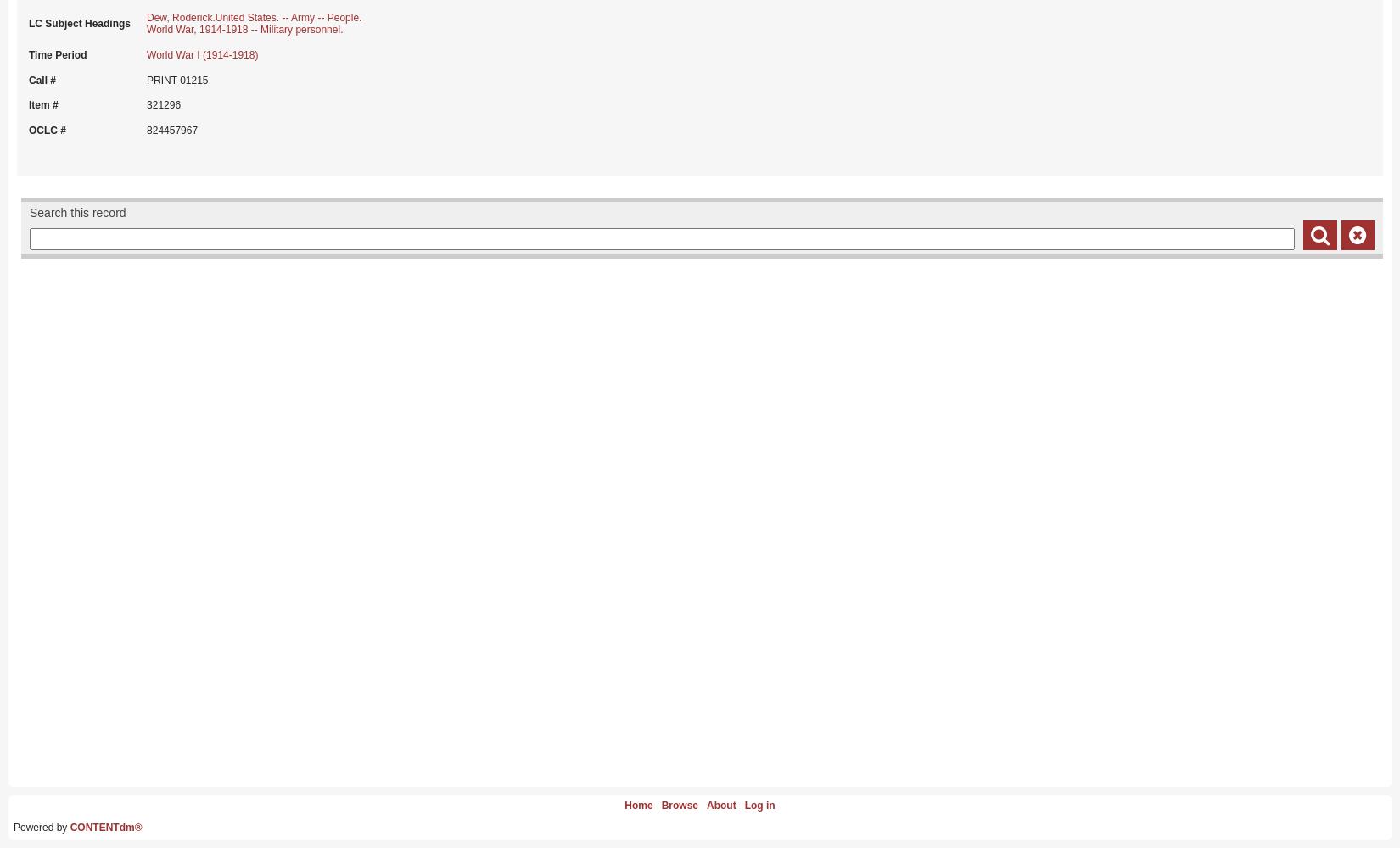 The width and height of the screenshot is (1400, 848). Describe the element at coordinates (146, 18) in the screenshot. I see `'Dew, Roderick.United States. -- Army -- People.'` at that location.